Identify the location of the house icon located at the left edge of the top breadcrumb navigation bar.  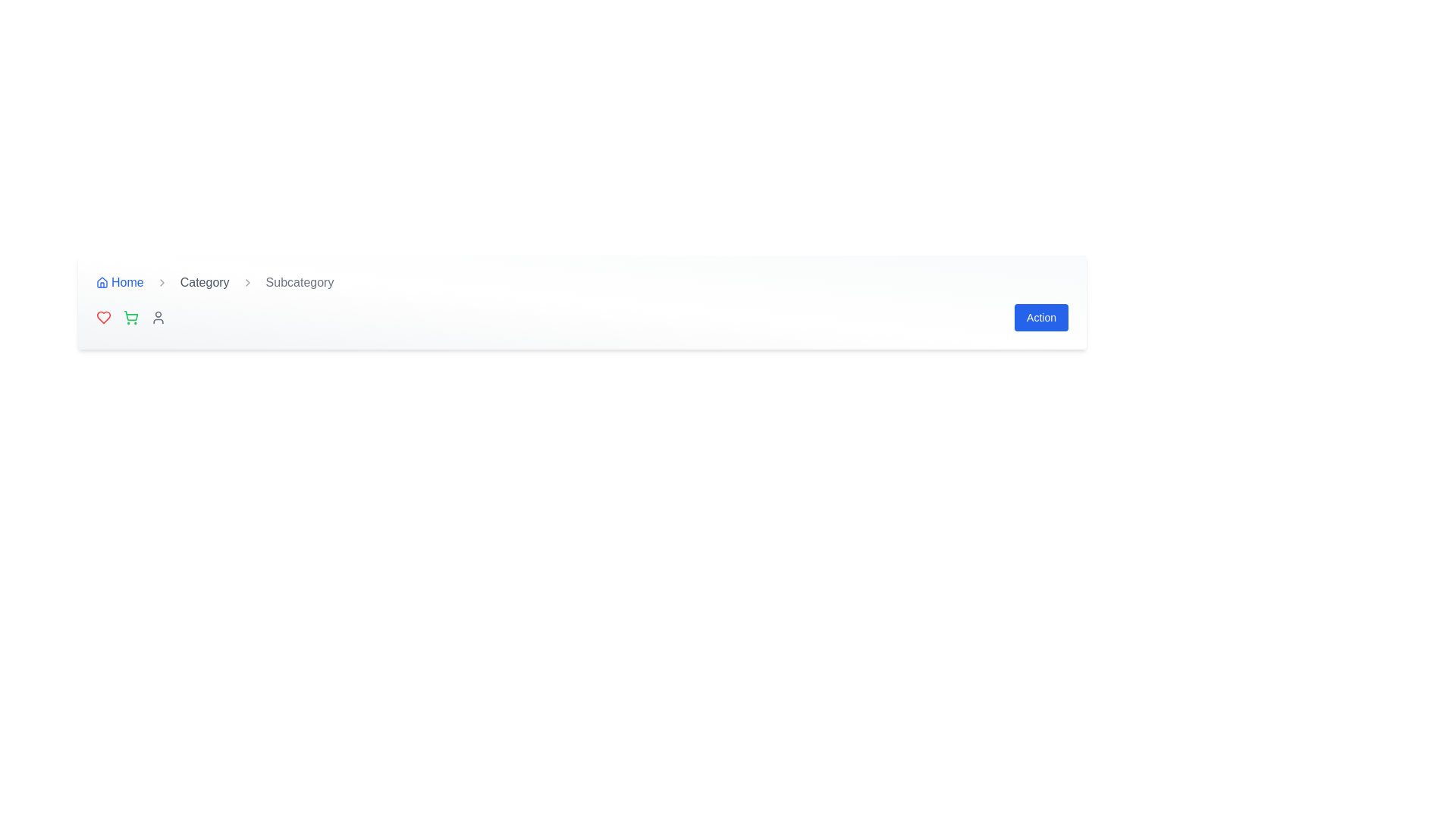
(101, 283).